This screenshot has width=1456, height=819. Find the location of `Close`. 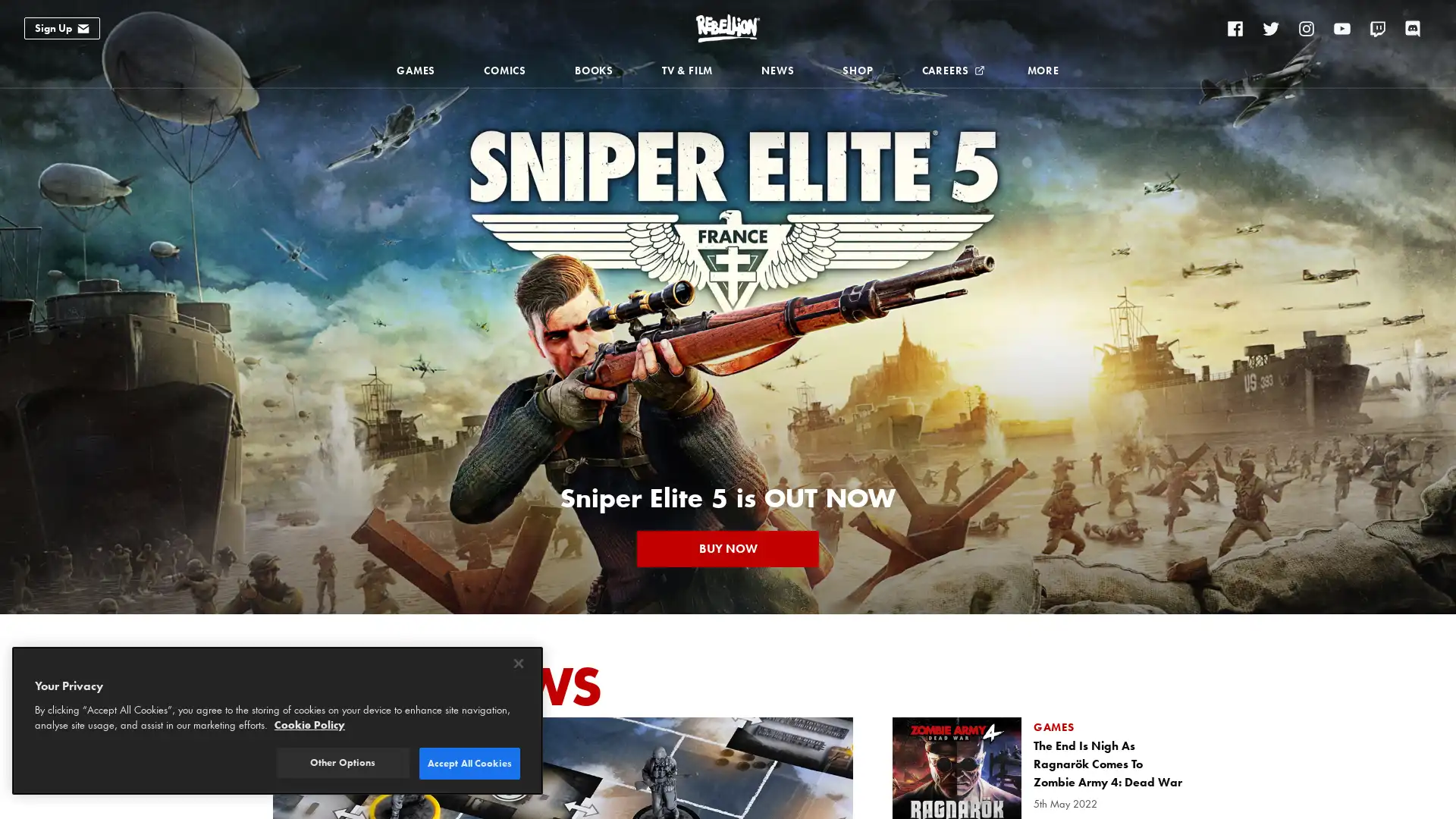

Close is located at coordinates (519, 663).